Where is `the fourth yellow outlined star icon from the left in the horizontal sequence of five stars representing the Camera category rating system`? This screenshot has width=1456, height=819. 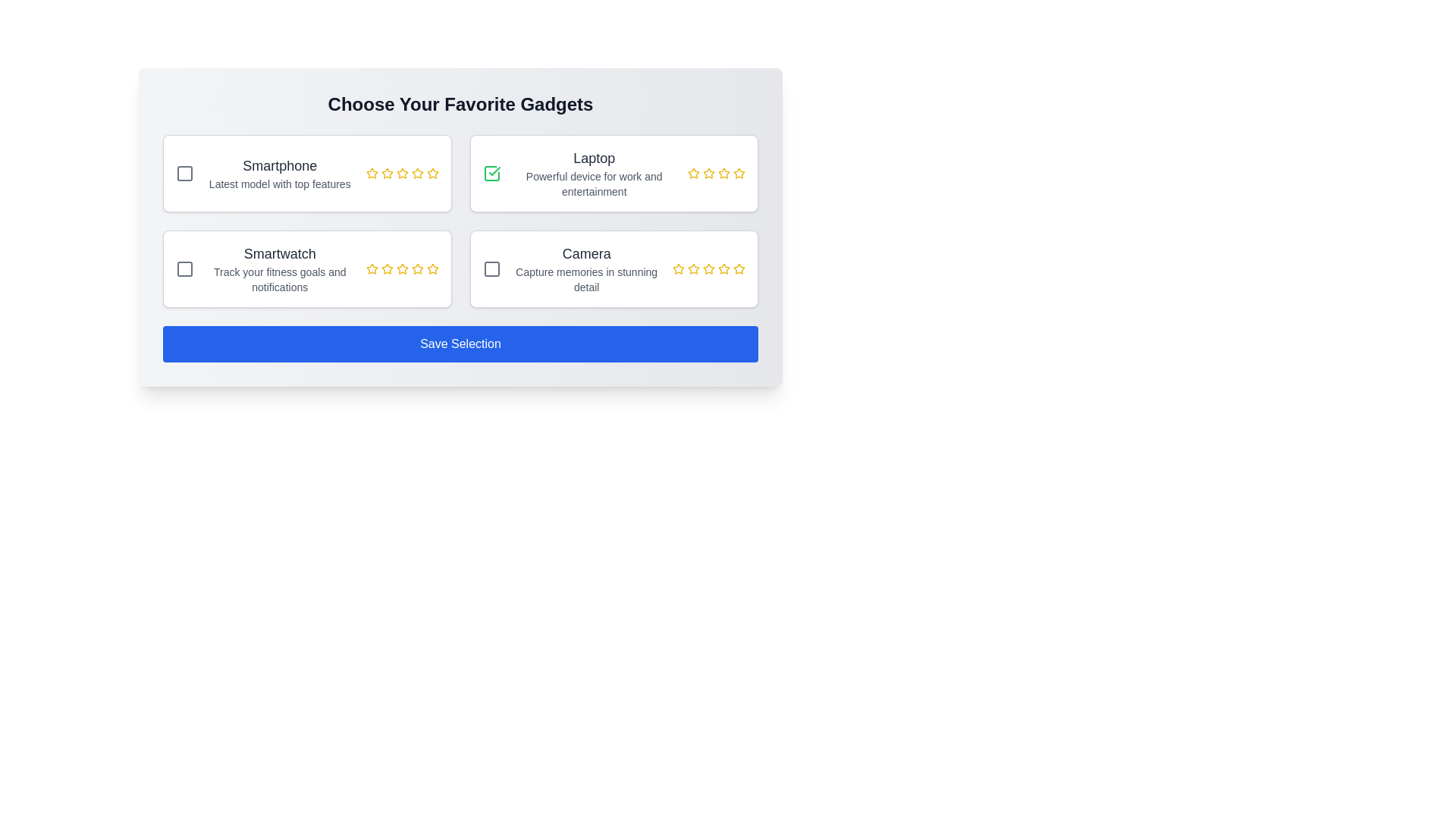 the fourth yellow outlined star icon from the left in the horizontal sequence of five stars representing the Camera category rating system is located at coordinates (723, 268).